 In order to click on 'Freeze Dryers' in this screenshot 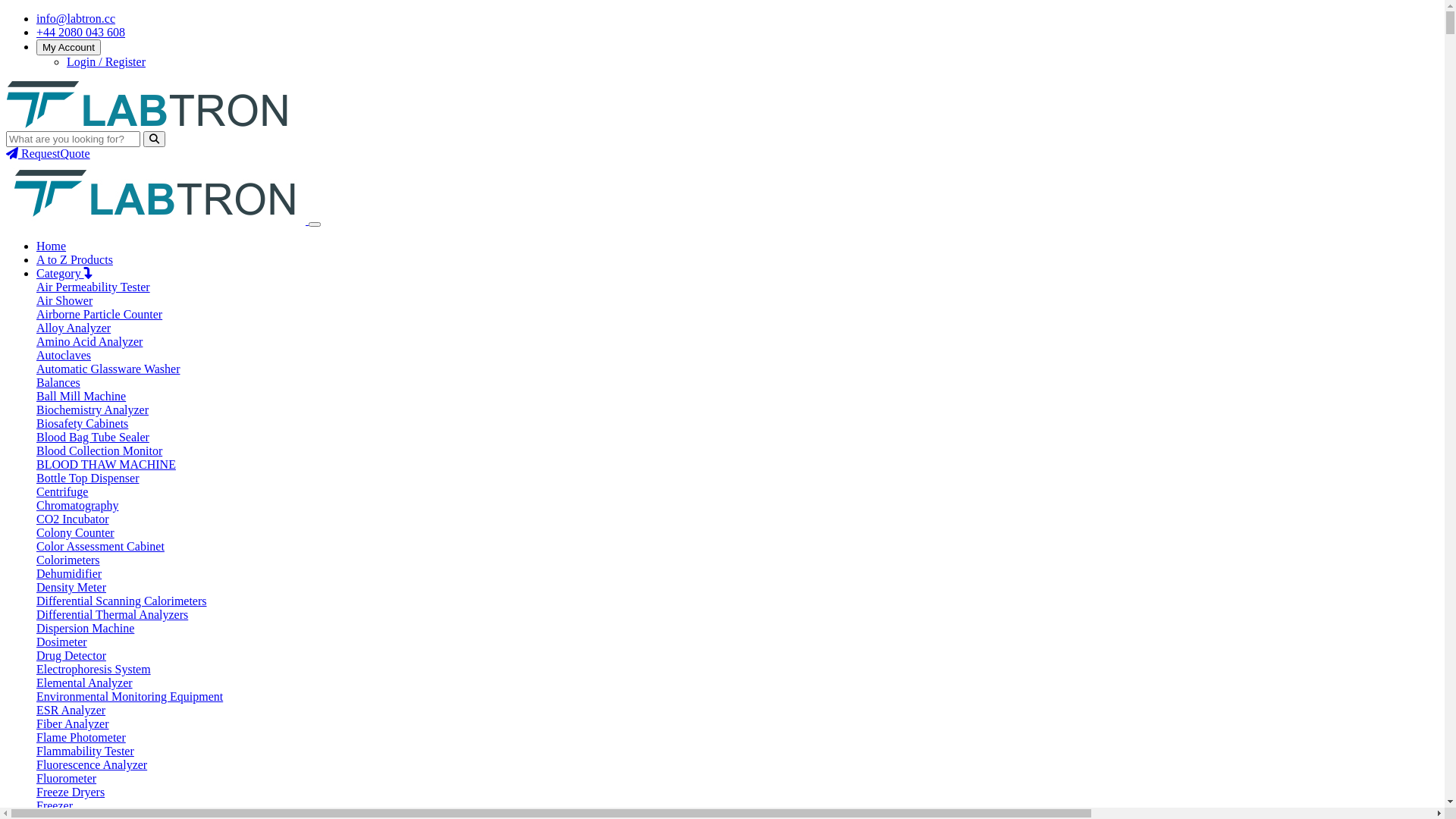, I will do `click(69, 791)`.